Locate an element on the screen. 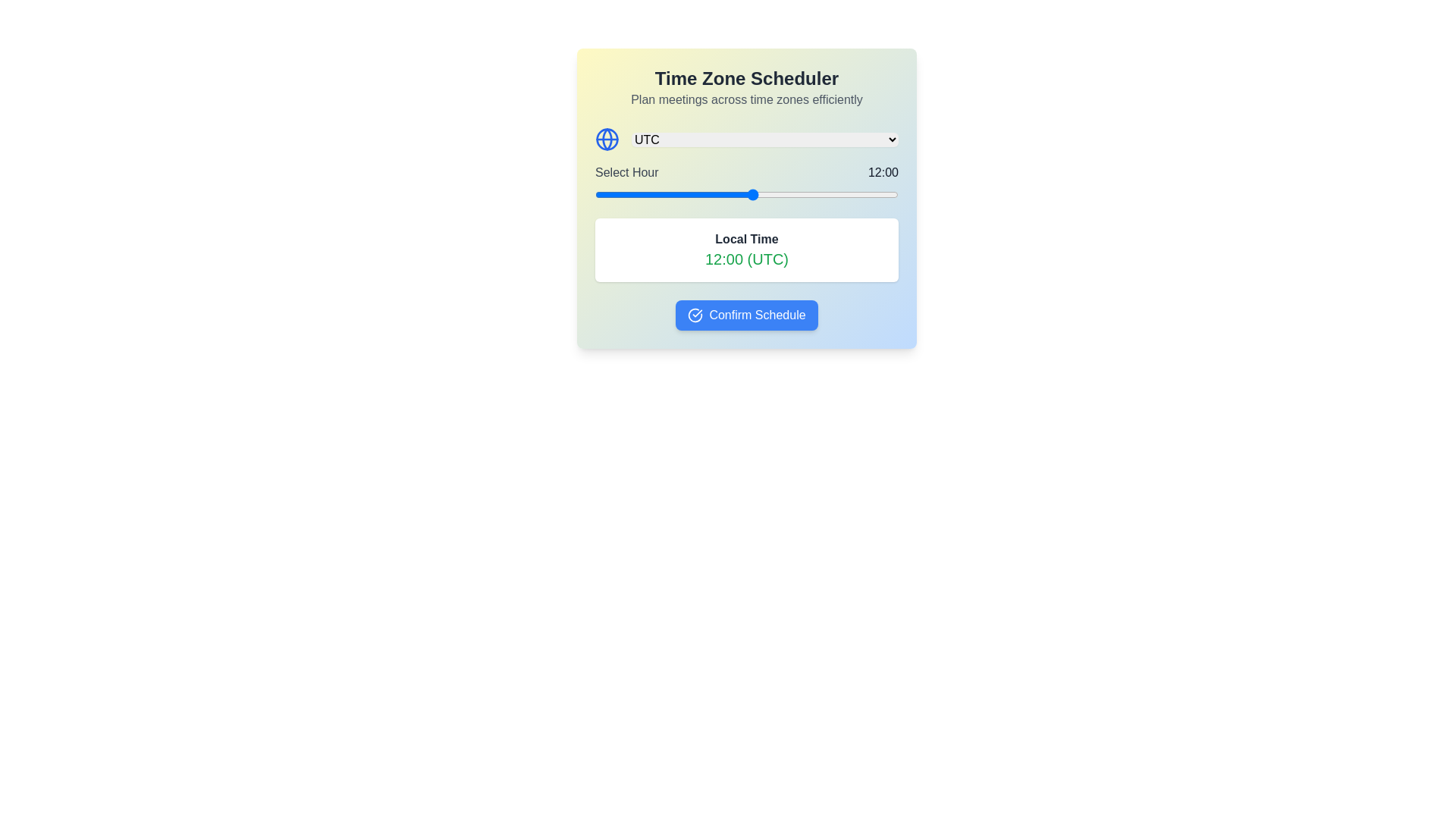  the circular icon with a blue outline located to the left of the 'UTC' dropdown menu in the header section is located at coordinates (607, 140).